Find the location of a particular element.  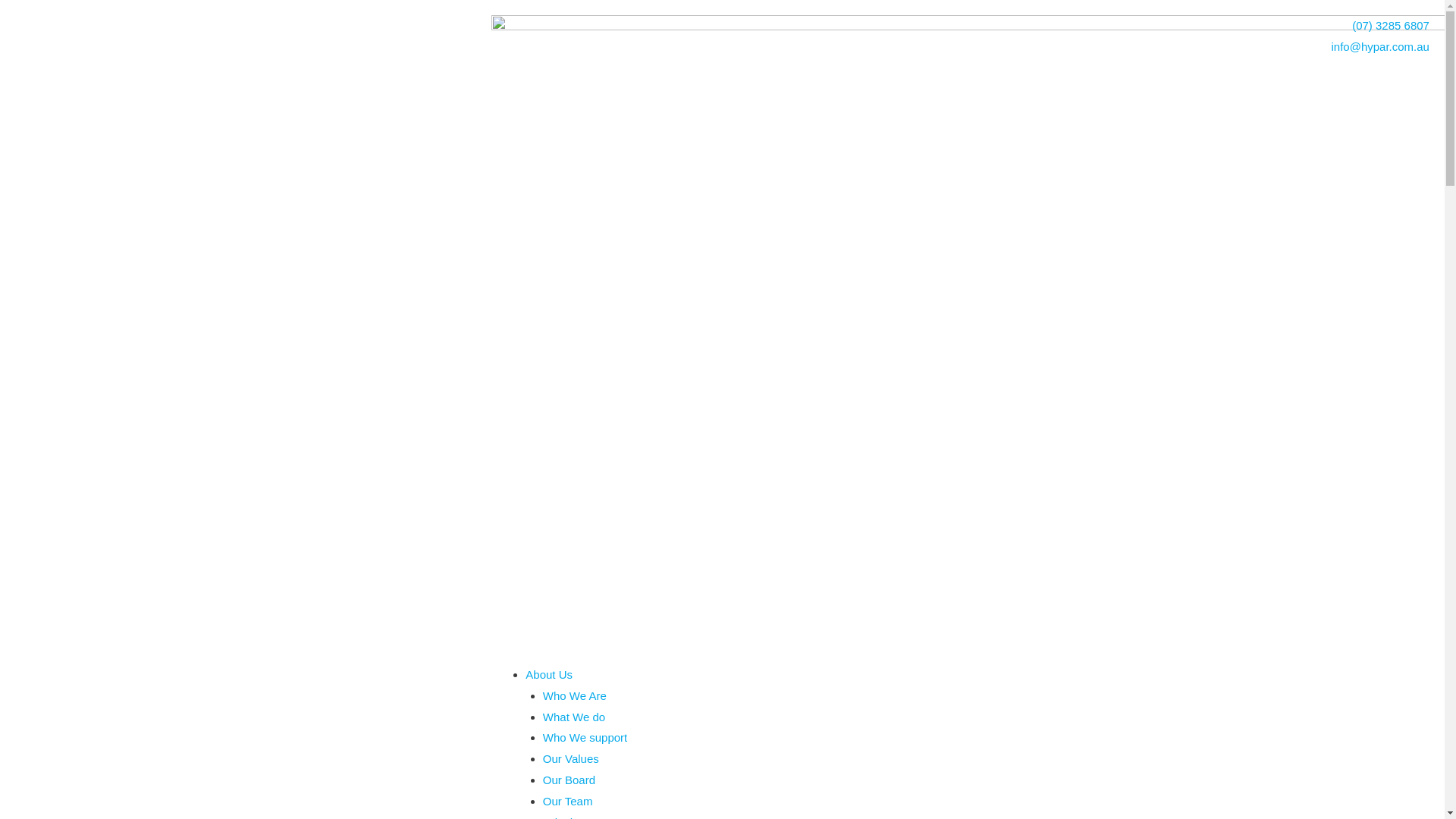

'Who We support' is located at coordinates (542, 736).